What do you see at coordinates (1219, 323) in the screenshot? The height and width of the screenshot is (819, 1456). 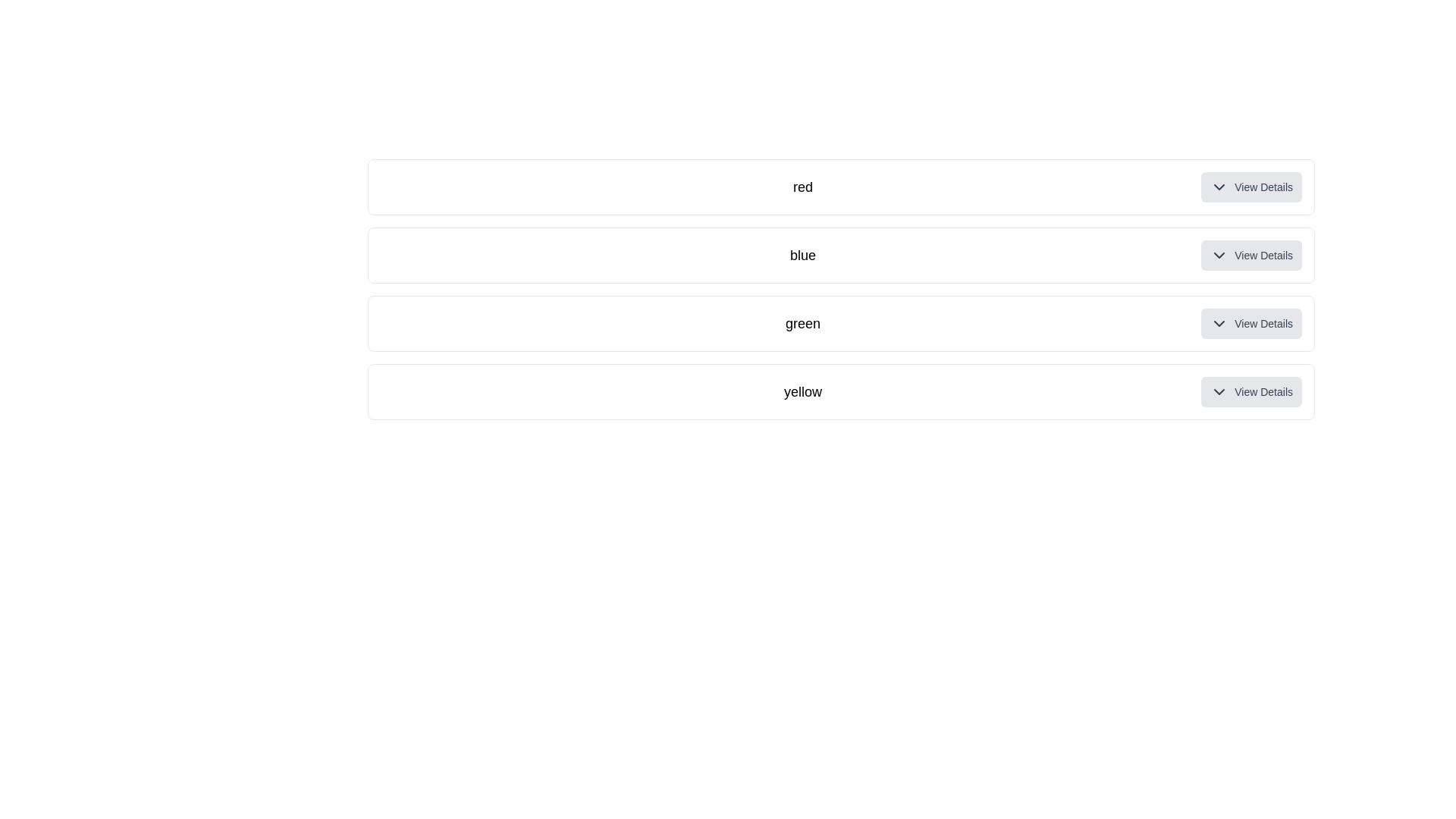 I see `the Dropdown indicator icon located in the third row, aligned to the left of the 'View Details' text label` at bounding box center [1219, 323].